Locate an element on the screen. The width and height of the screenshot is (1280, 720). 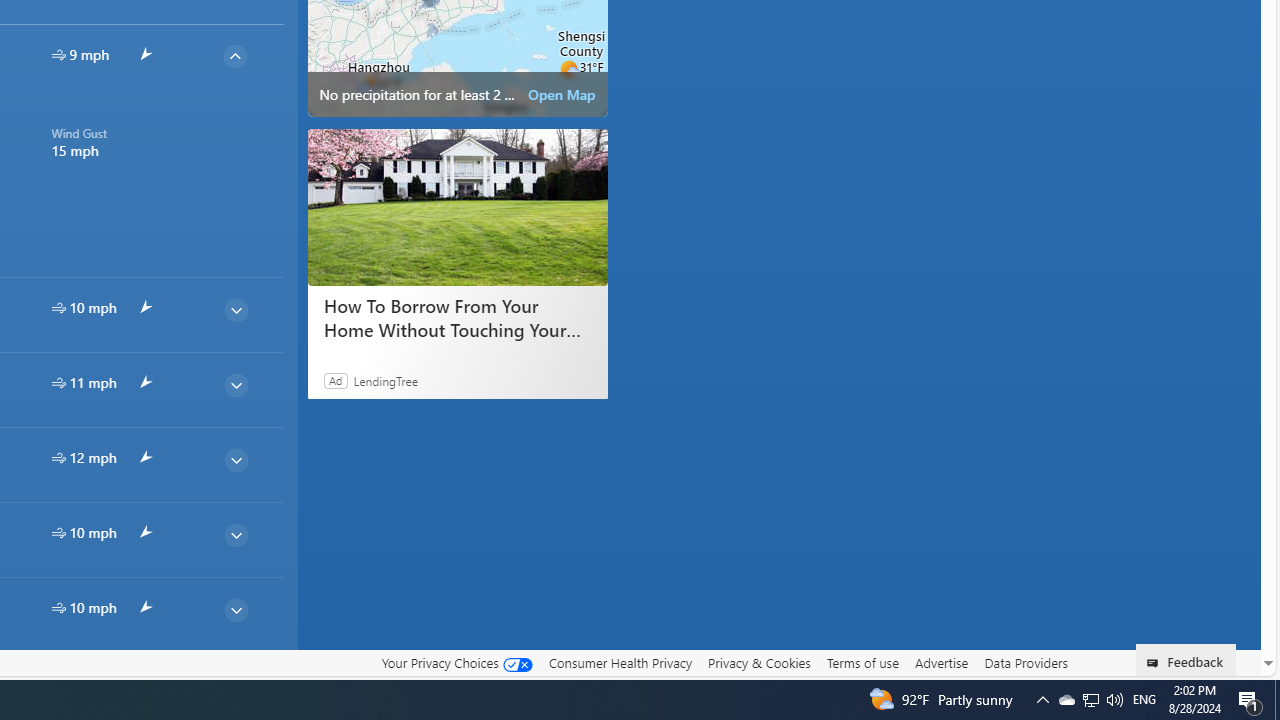
'Your Privacy Choices' is located at coordinates (455, 663).